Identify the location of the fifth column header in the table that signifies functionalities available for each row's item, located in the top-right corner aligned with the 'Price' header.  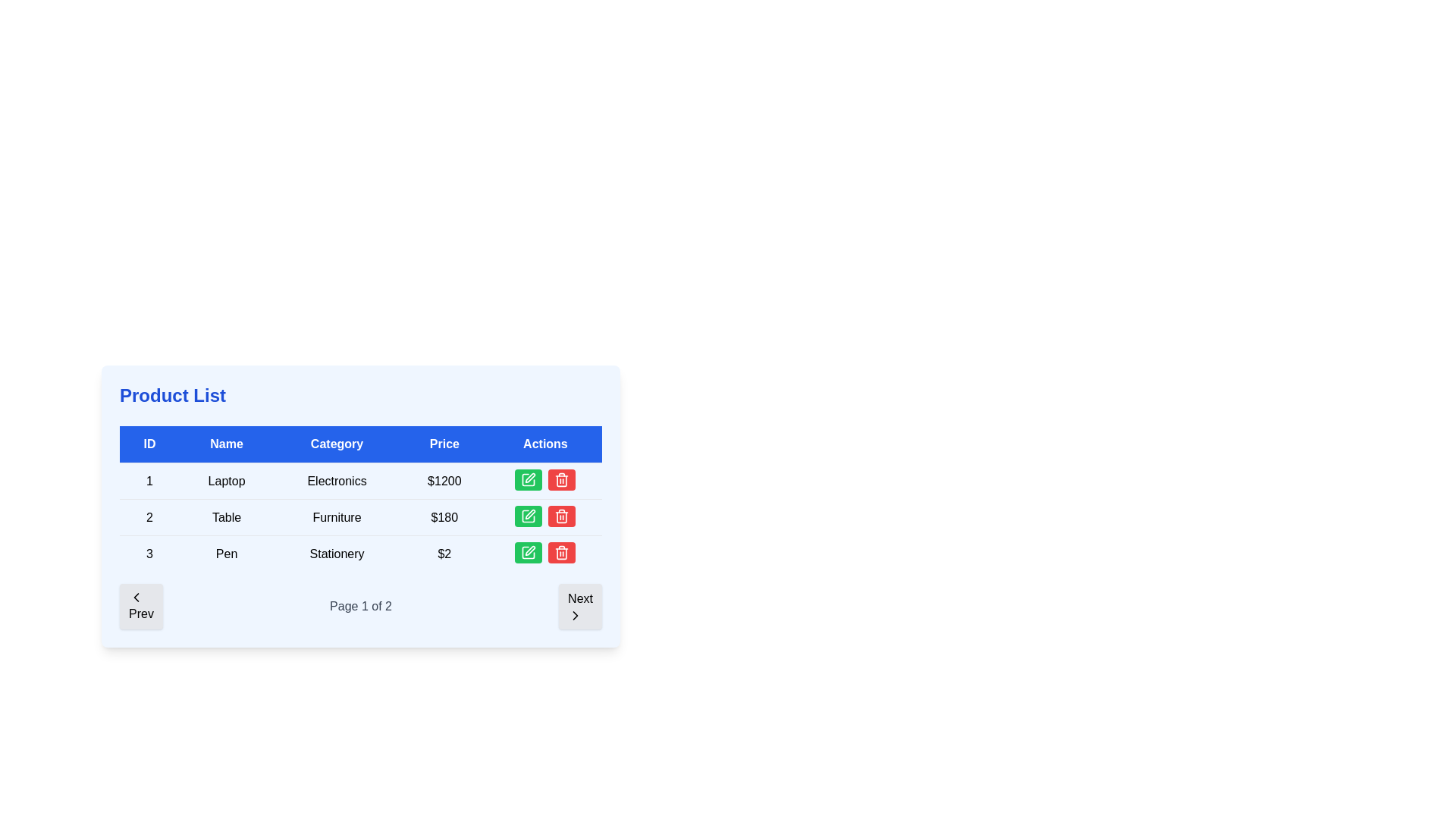
(545, 444).